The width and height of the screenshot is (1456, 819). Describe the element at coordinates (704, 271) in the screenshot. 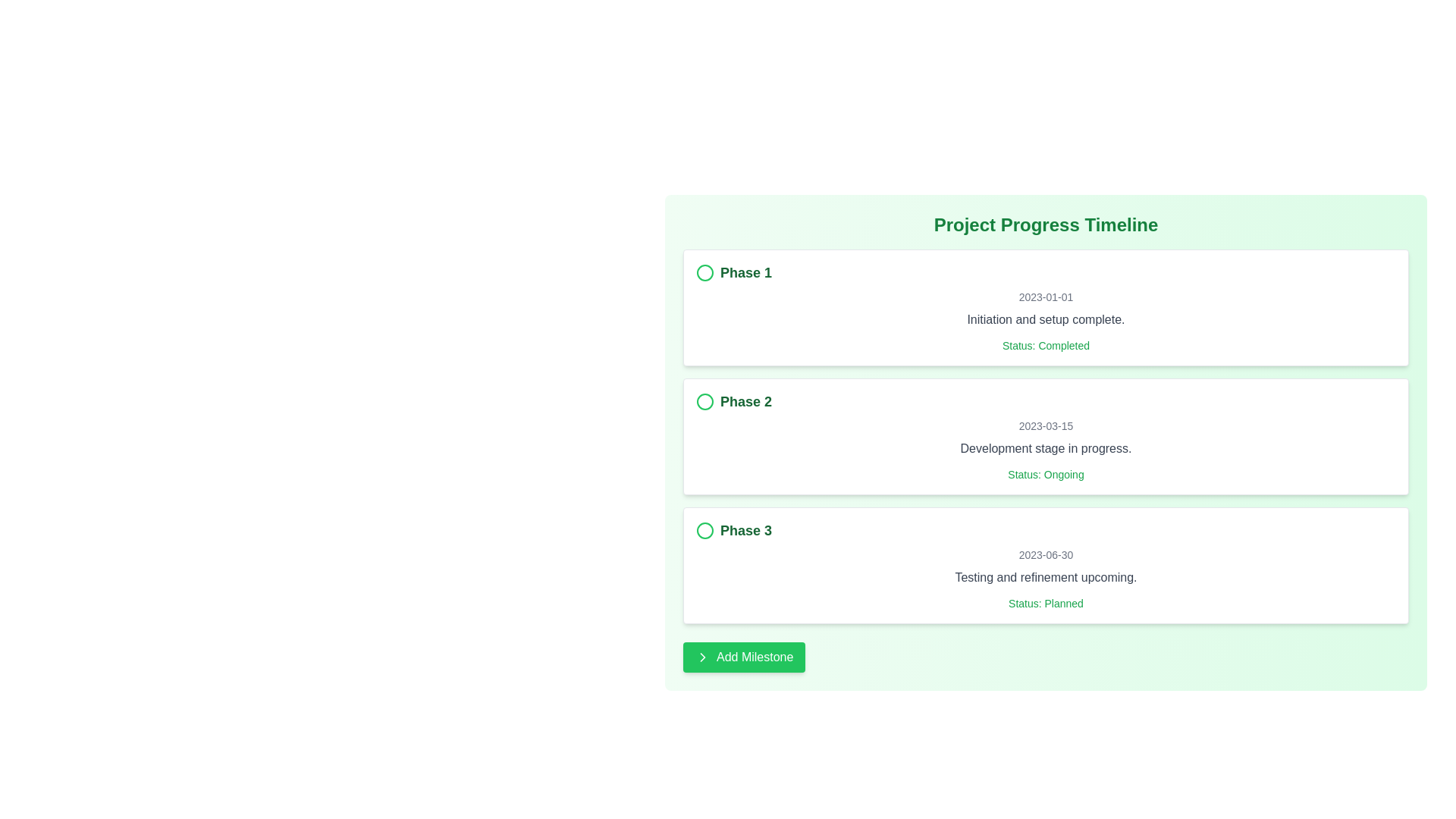

I see `the green circular status indicator located in the top-left section of the timeline interface under 'Phase 1'` at that location.